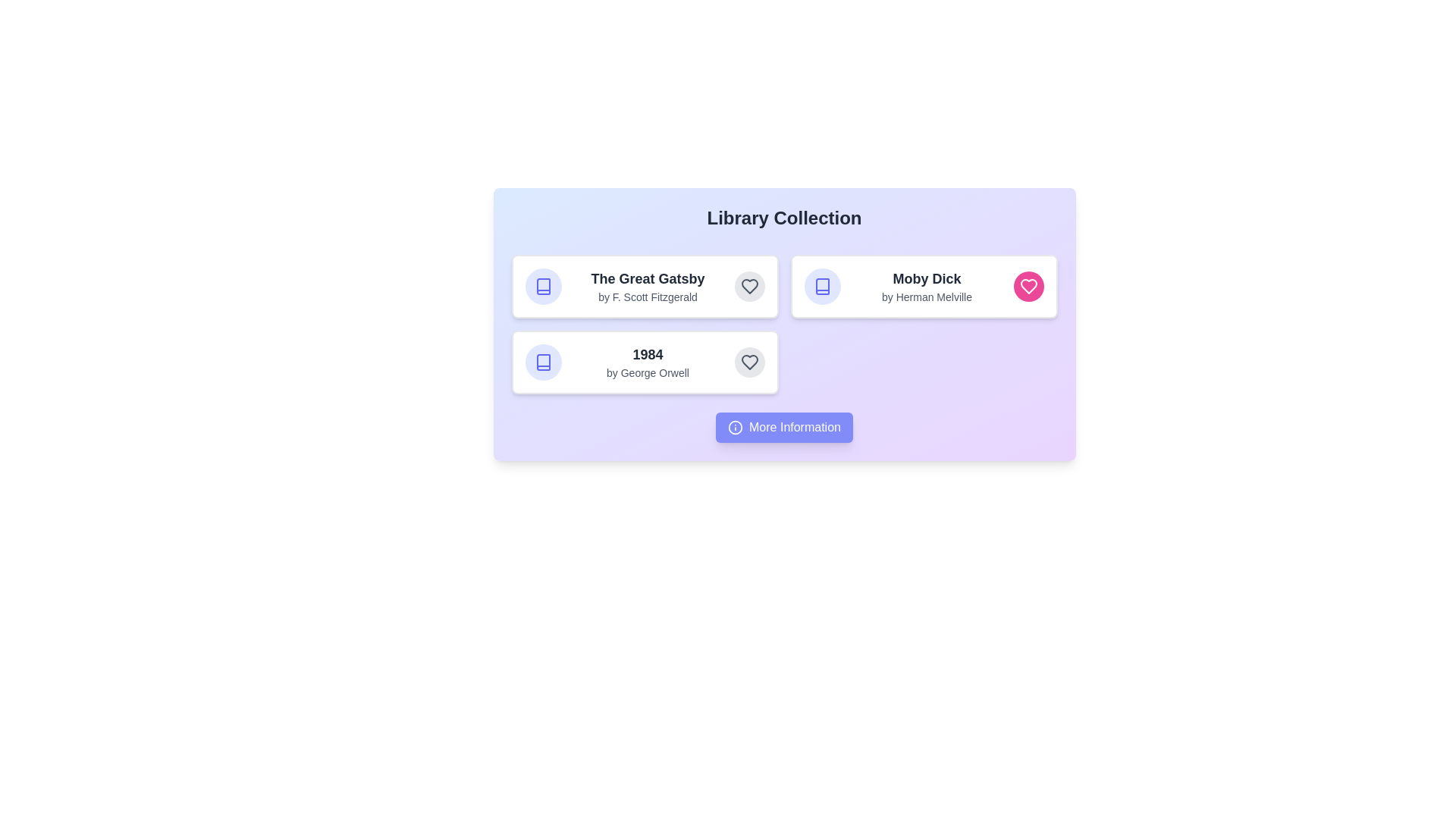  I want to click on 'More Information' button to view details of the resource items, so click(784, 427).